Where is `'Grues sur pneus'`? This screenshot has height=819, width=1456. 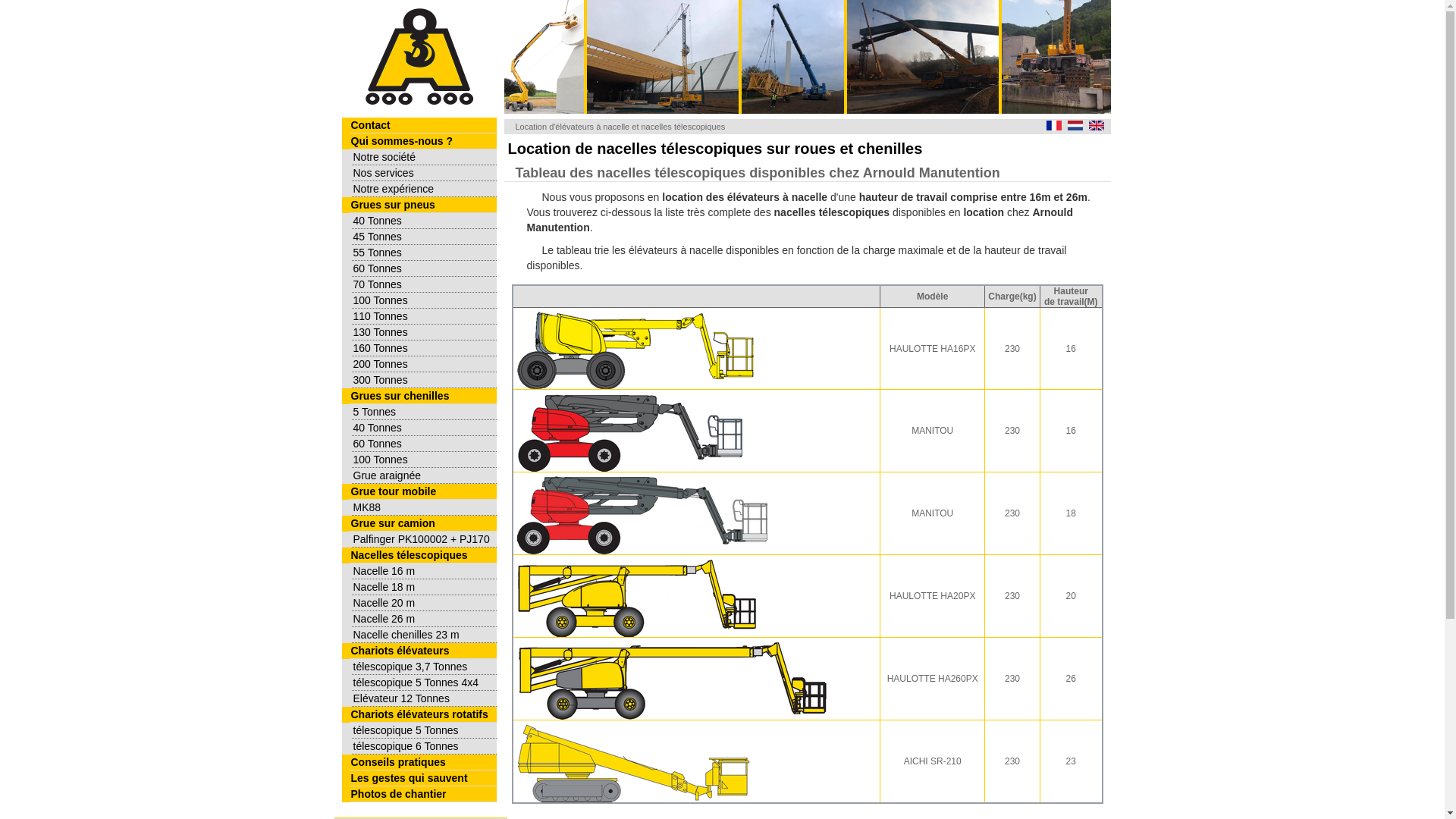
'Grues sur pneus' is located at coordinates (422, 205).